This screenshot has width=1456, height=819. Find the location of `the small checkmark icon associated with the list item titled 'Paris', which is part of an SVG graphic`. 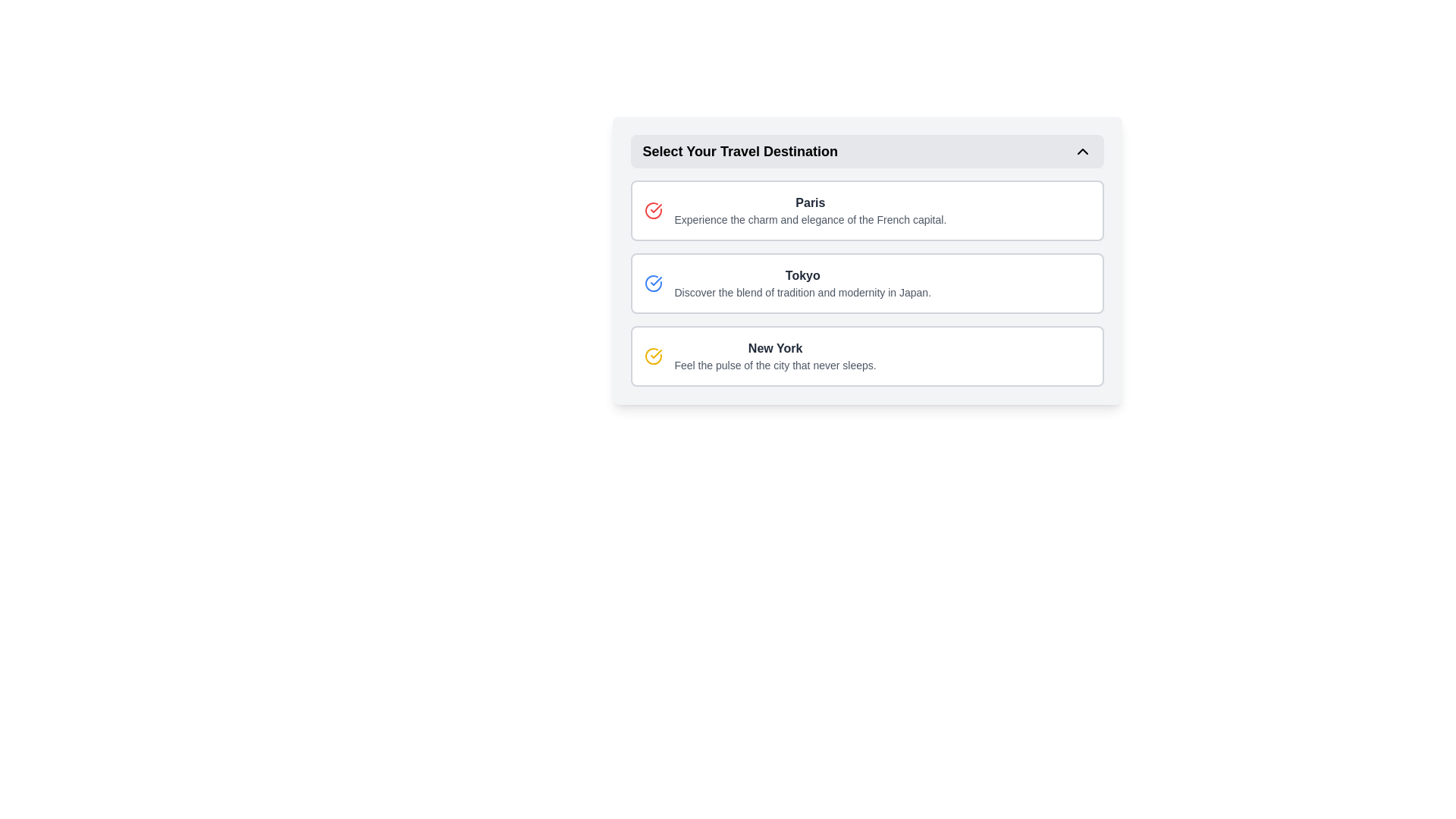

the small checkmark icon associated with the list item titled 'Paris', which is part of an SVG graphic is located at coordinates (655, 208).